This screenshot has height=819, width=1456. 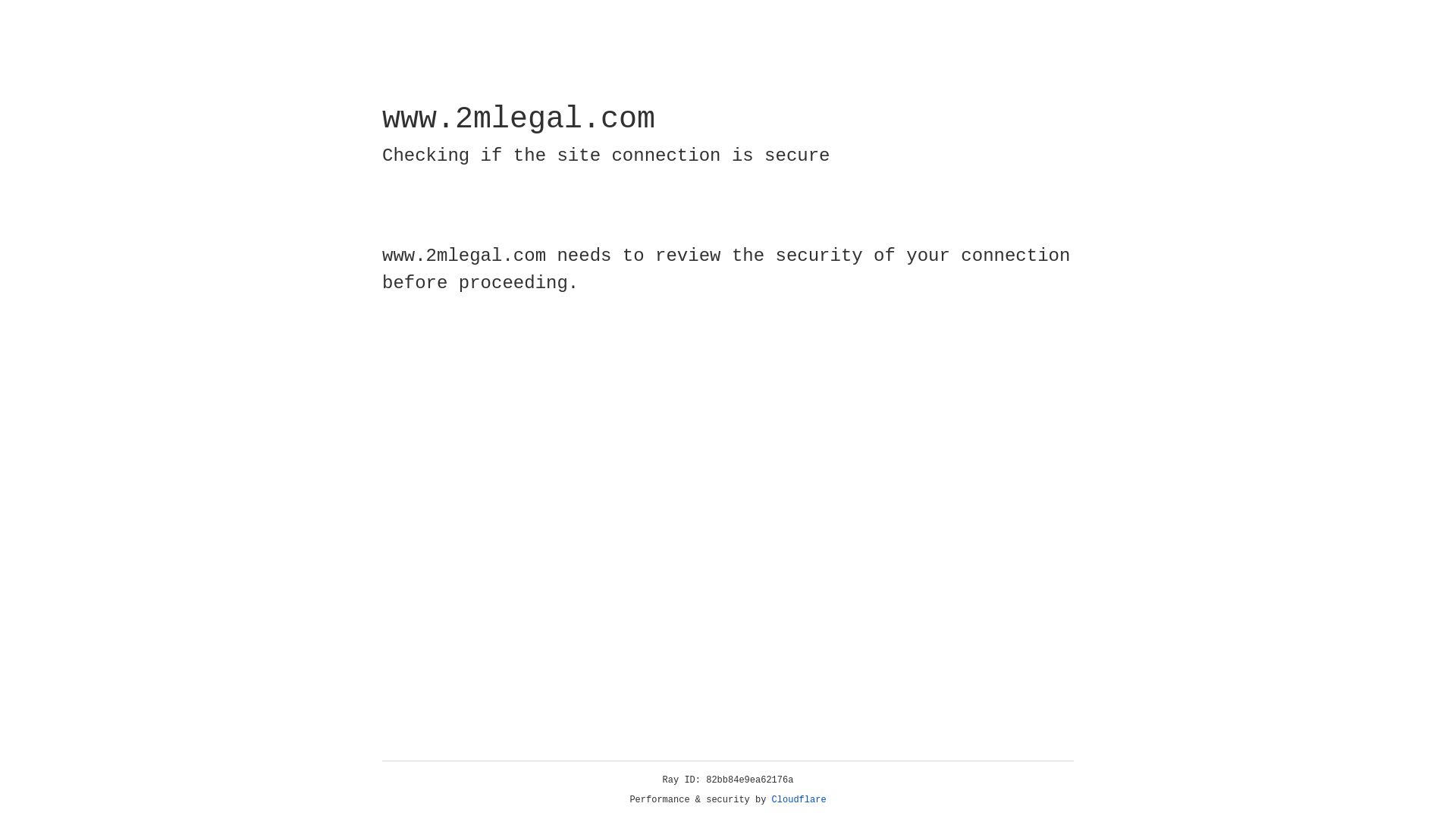 I want to click on 'Cloudflare', so click(x=771, y=799).